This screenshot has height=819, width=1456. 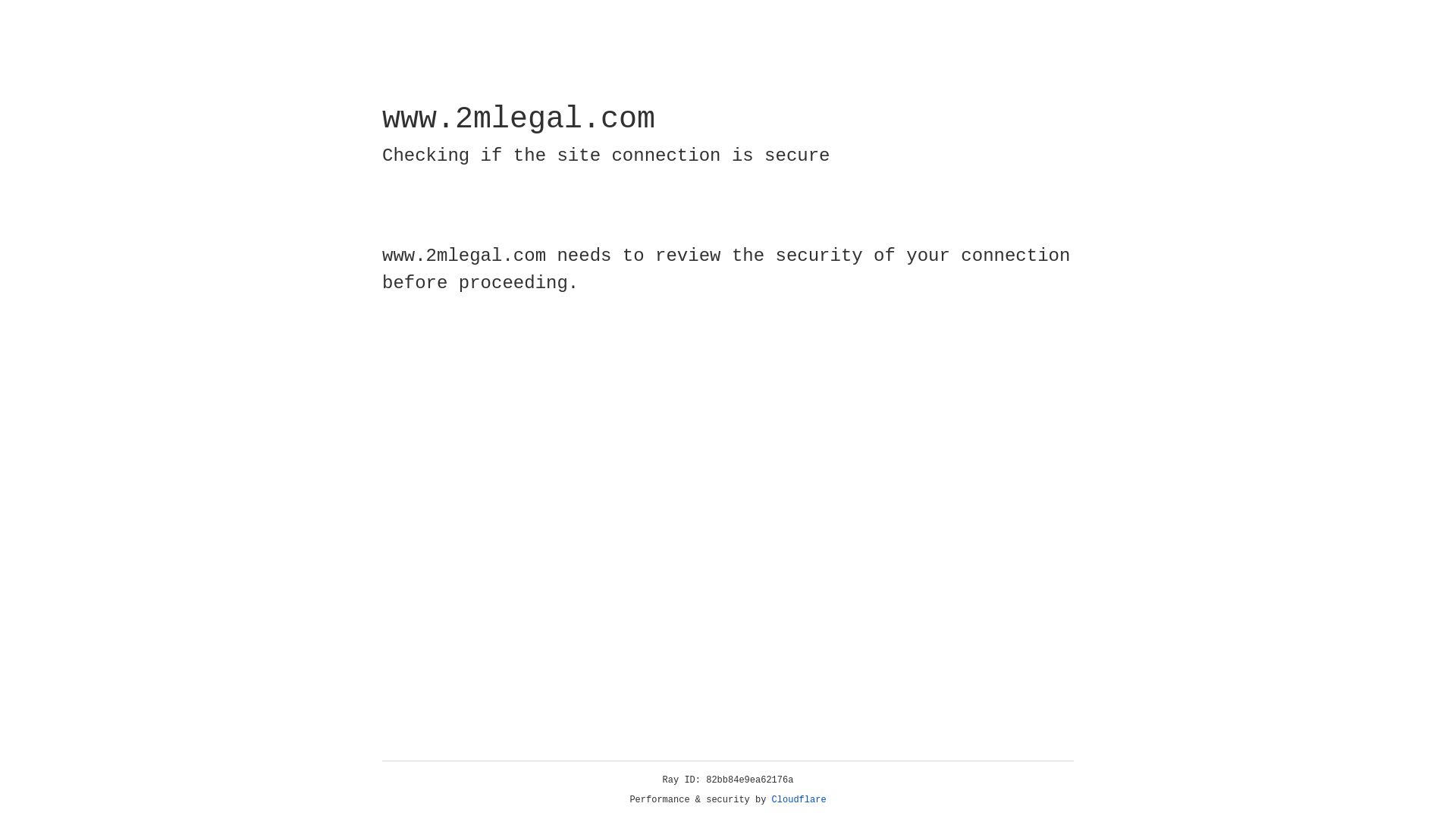 I want to click on 'Cloudflare', so click(x=771, y=799).